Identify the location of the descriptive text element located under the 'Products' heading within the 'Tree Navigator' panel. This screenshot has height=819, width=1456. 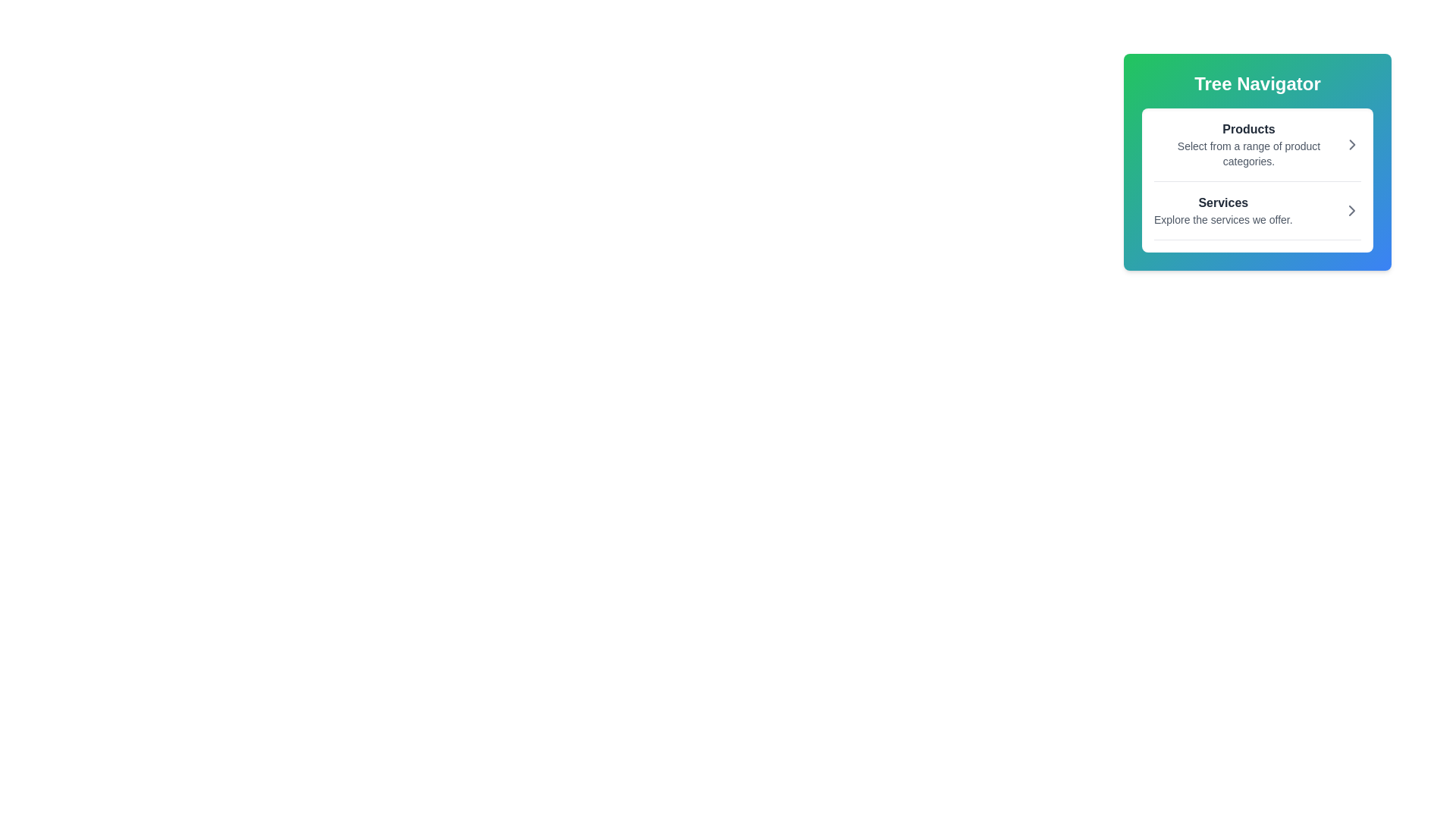
(1248, 154).